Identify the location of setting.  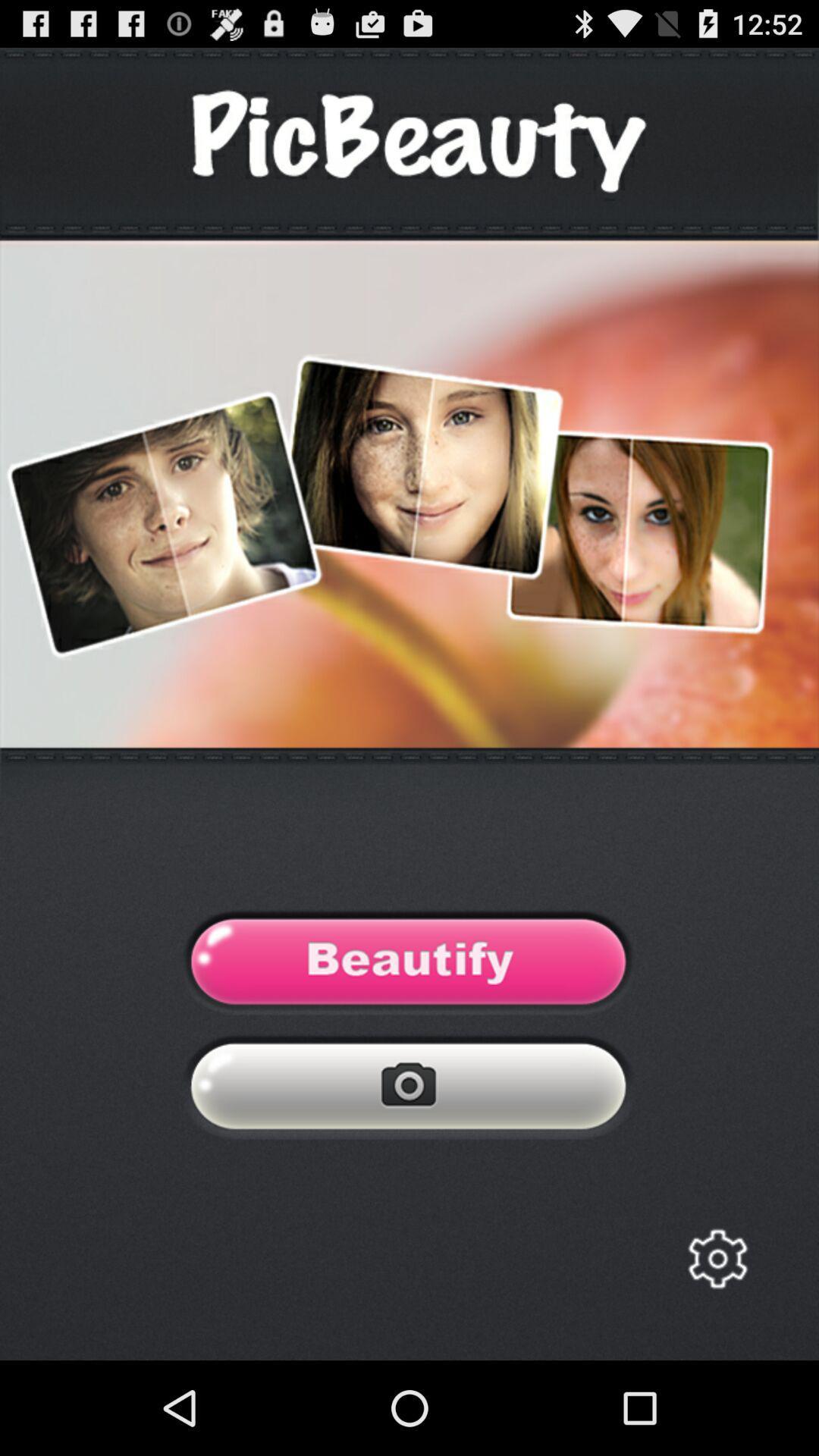
(717, 1259).